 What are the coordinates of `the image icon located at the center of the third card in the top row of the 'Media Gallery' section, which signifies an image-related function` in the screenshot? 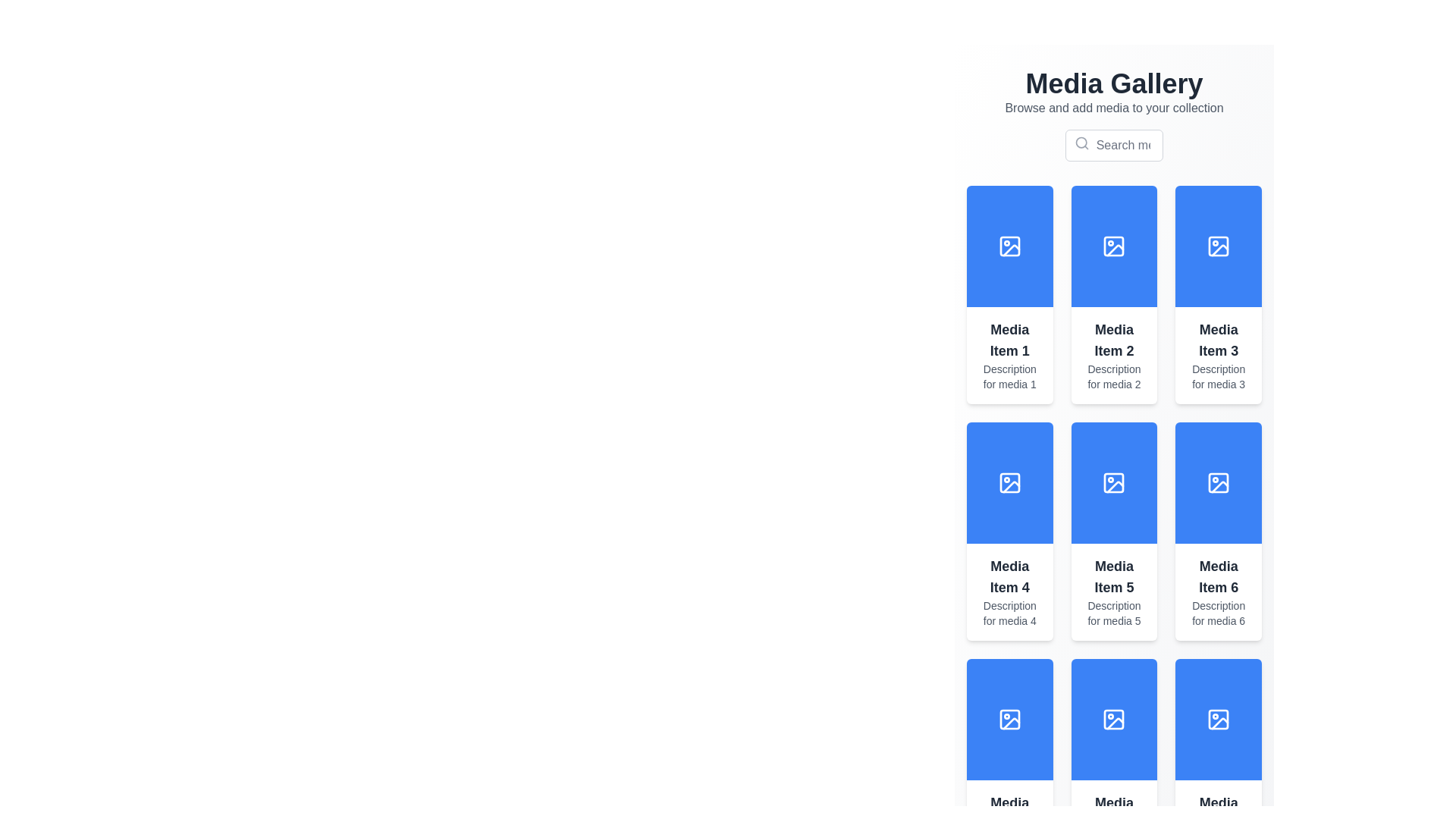 It's located at (1219, 245).